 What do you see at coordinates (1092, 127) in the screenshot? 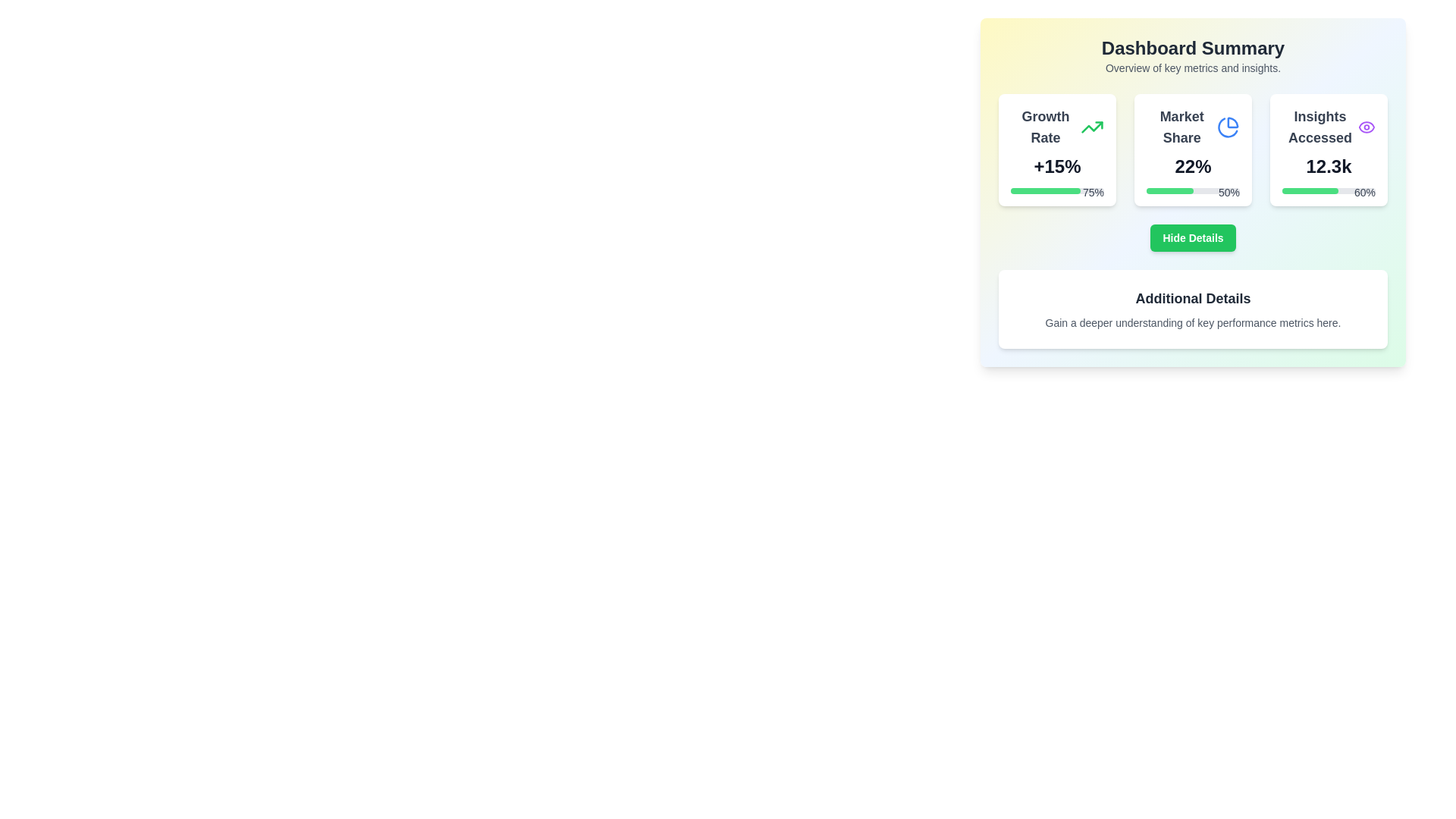
I see `the SVG graphic that serves as a decorative visual indicator for the 'Growth Rate' statistic in the top left area of the dashboard card` at bounding box center [1092, 127].